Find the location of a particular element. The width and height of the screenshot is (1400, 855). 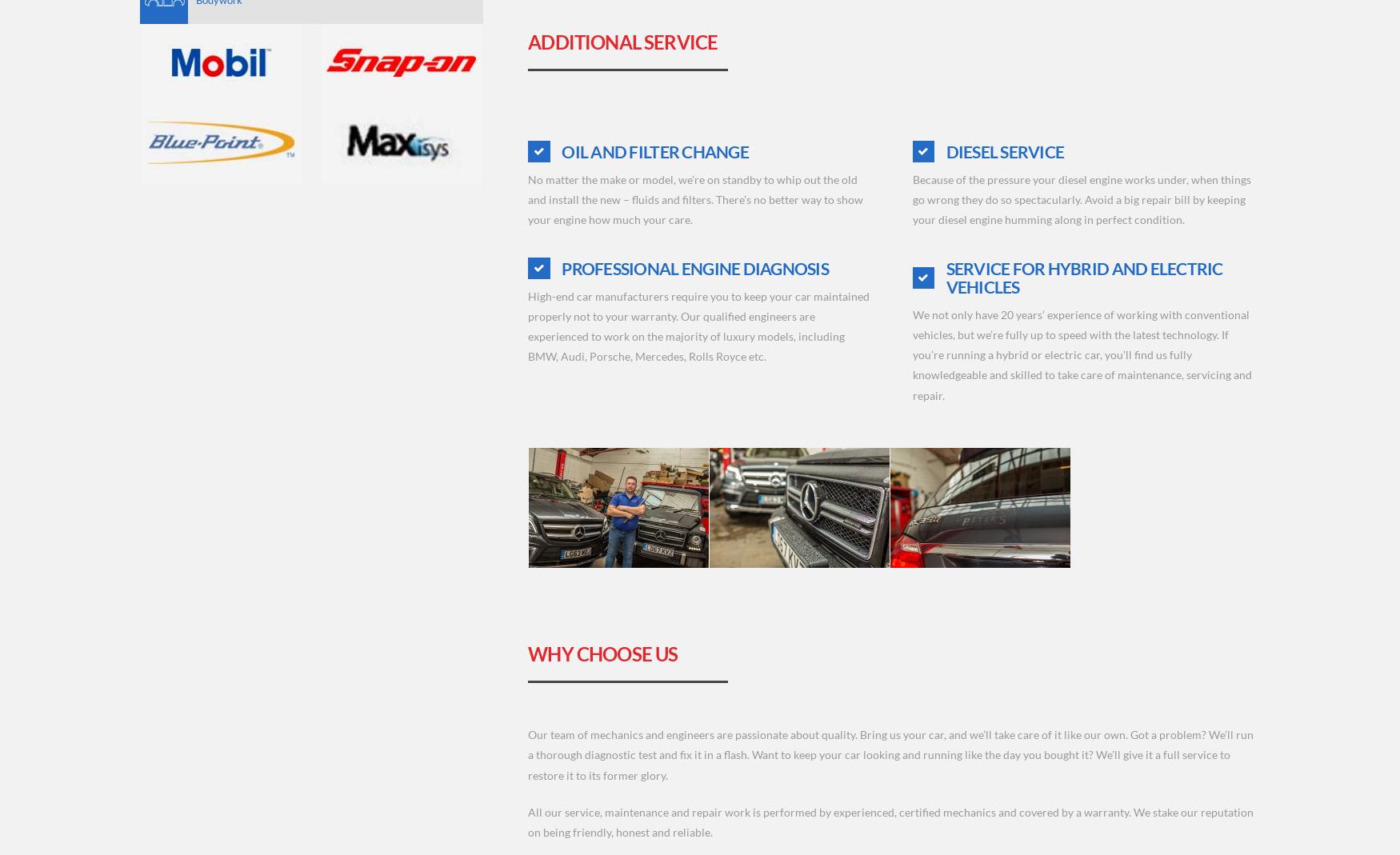

'Service for hybrid and electric vehicles' is located at coordinates (944, 277).